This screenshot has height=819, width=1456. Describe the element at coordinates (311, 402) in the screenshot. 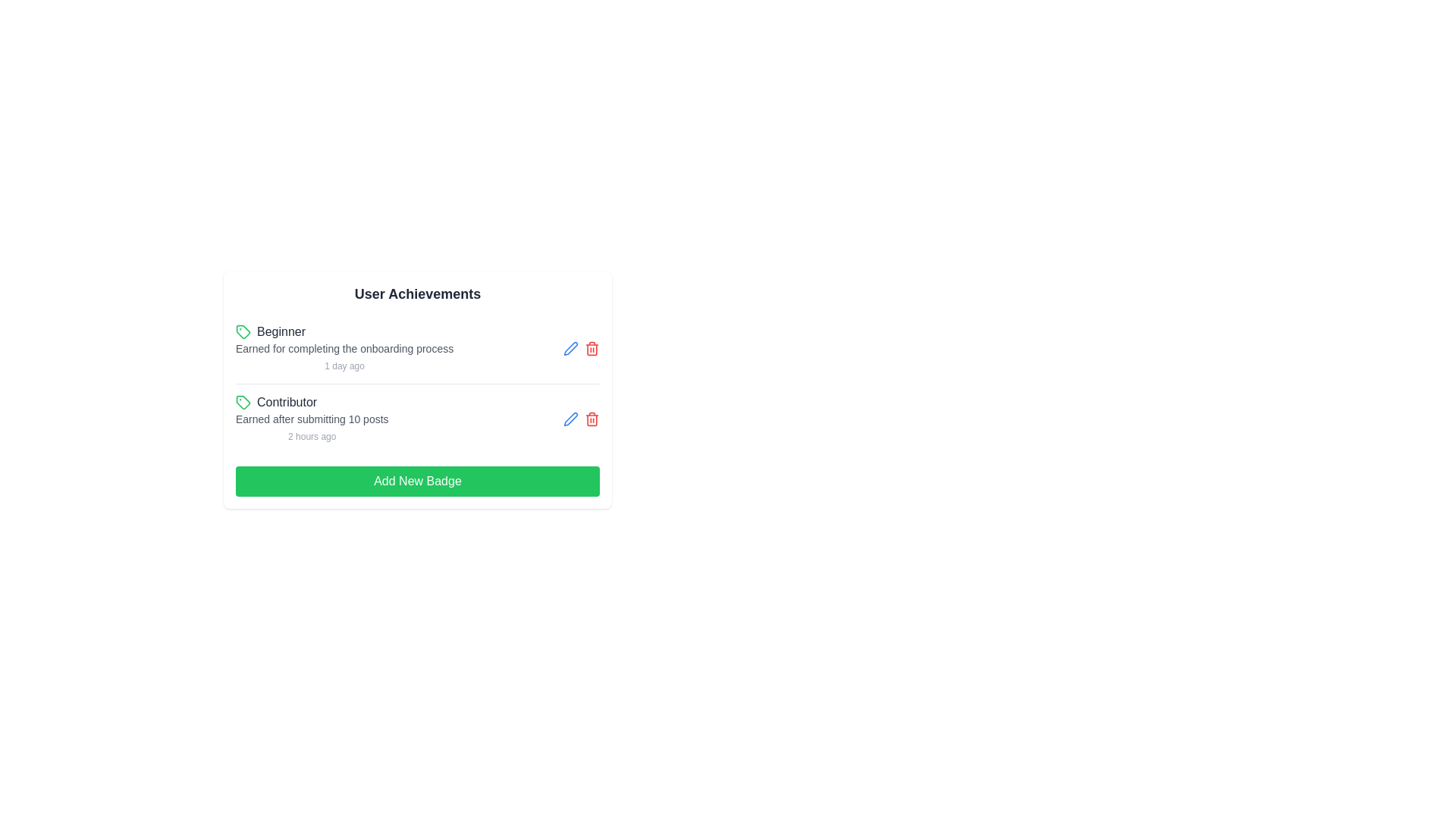

I see `the 'Contributor' badge label, which is the second badge in the list of achievements` at that location.